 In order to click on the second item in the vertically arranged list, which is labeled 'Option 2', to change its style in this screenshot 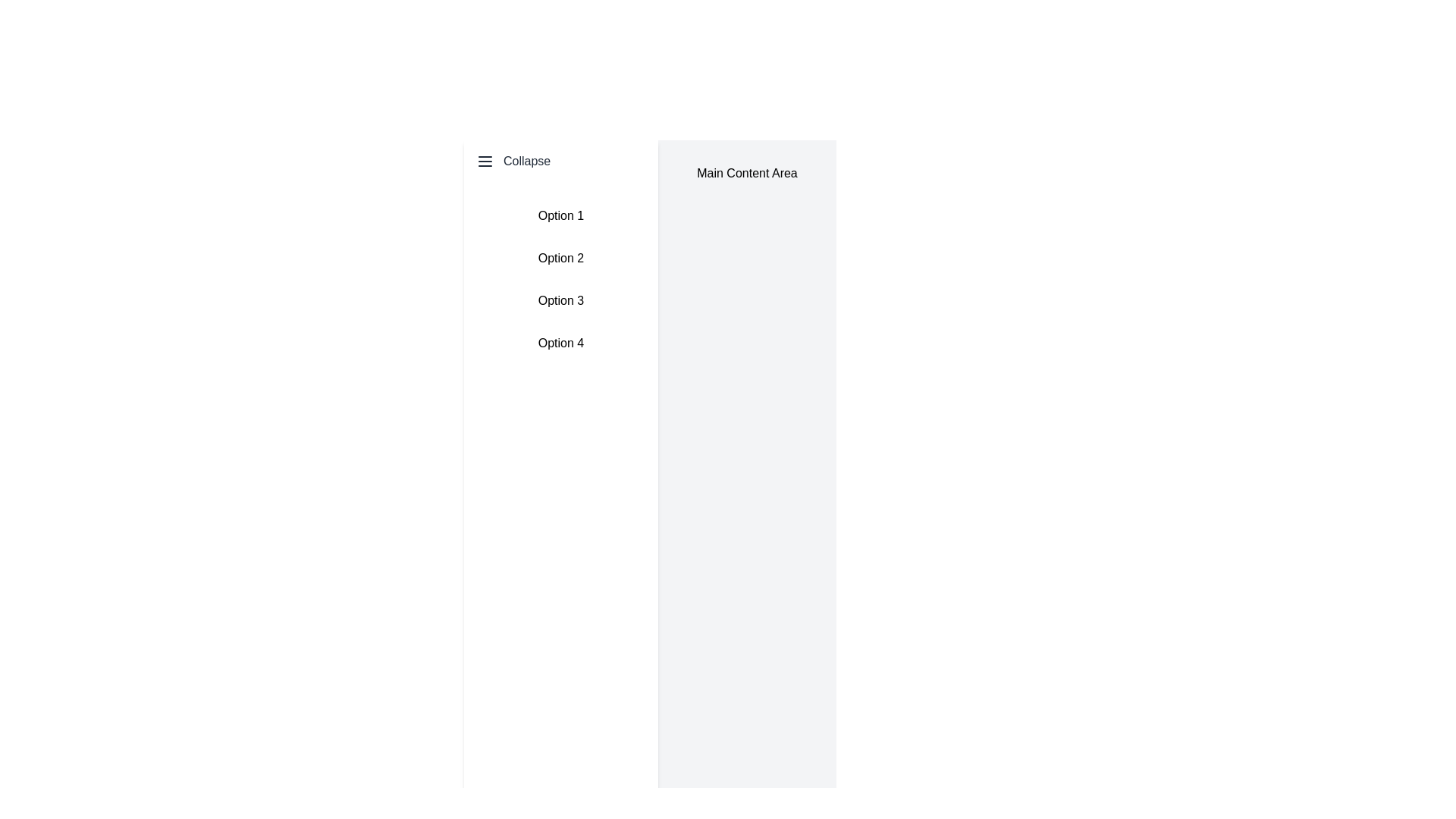, I will do `click(560, 257)`.